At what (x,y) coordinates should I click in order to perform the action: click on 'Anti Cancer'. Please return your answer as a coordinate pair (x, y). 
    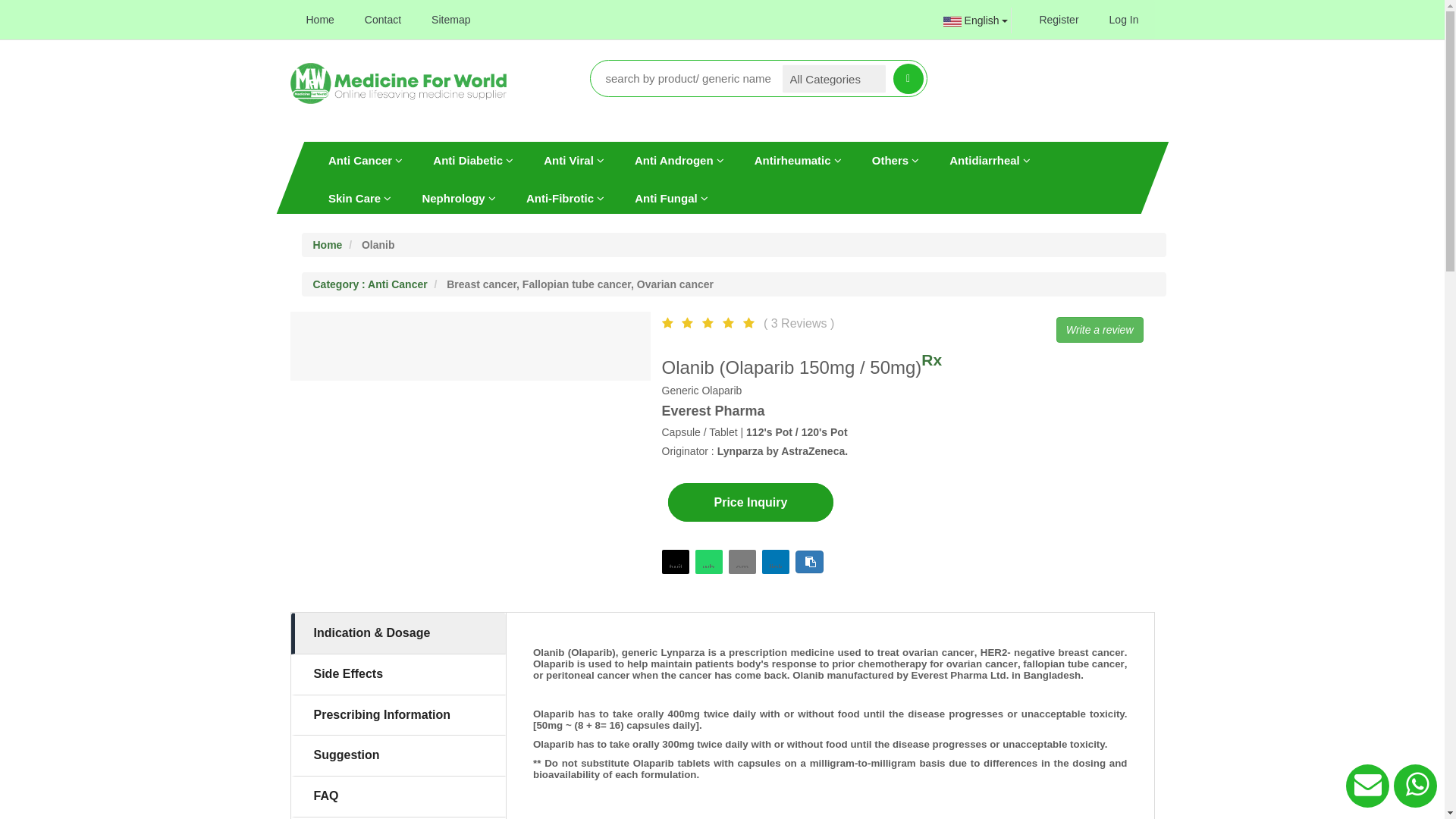
    Looking at the image, I should click on (364, 160).